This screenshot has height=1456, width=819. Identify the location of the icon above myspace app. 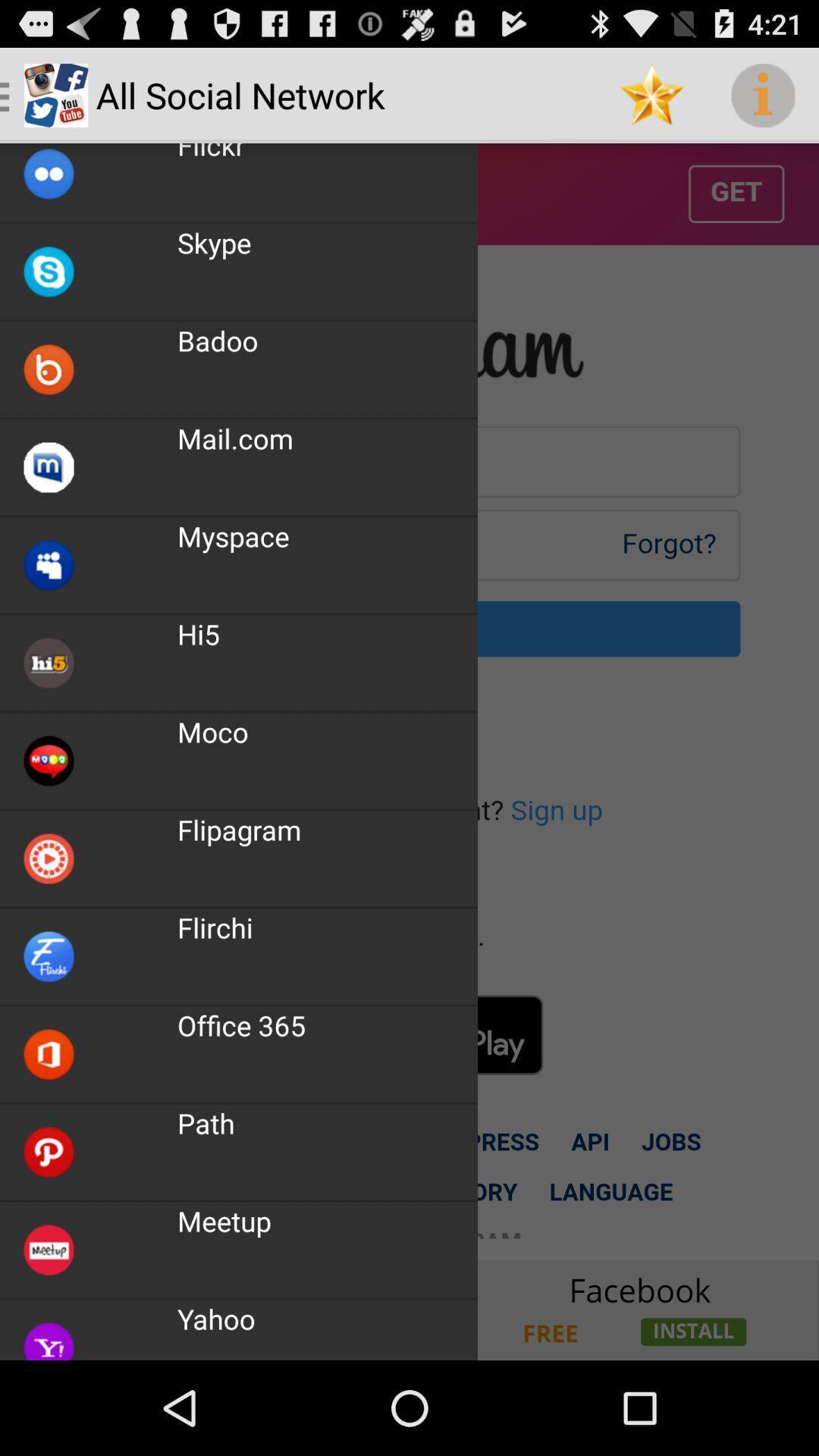
(235, 438).